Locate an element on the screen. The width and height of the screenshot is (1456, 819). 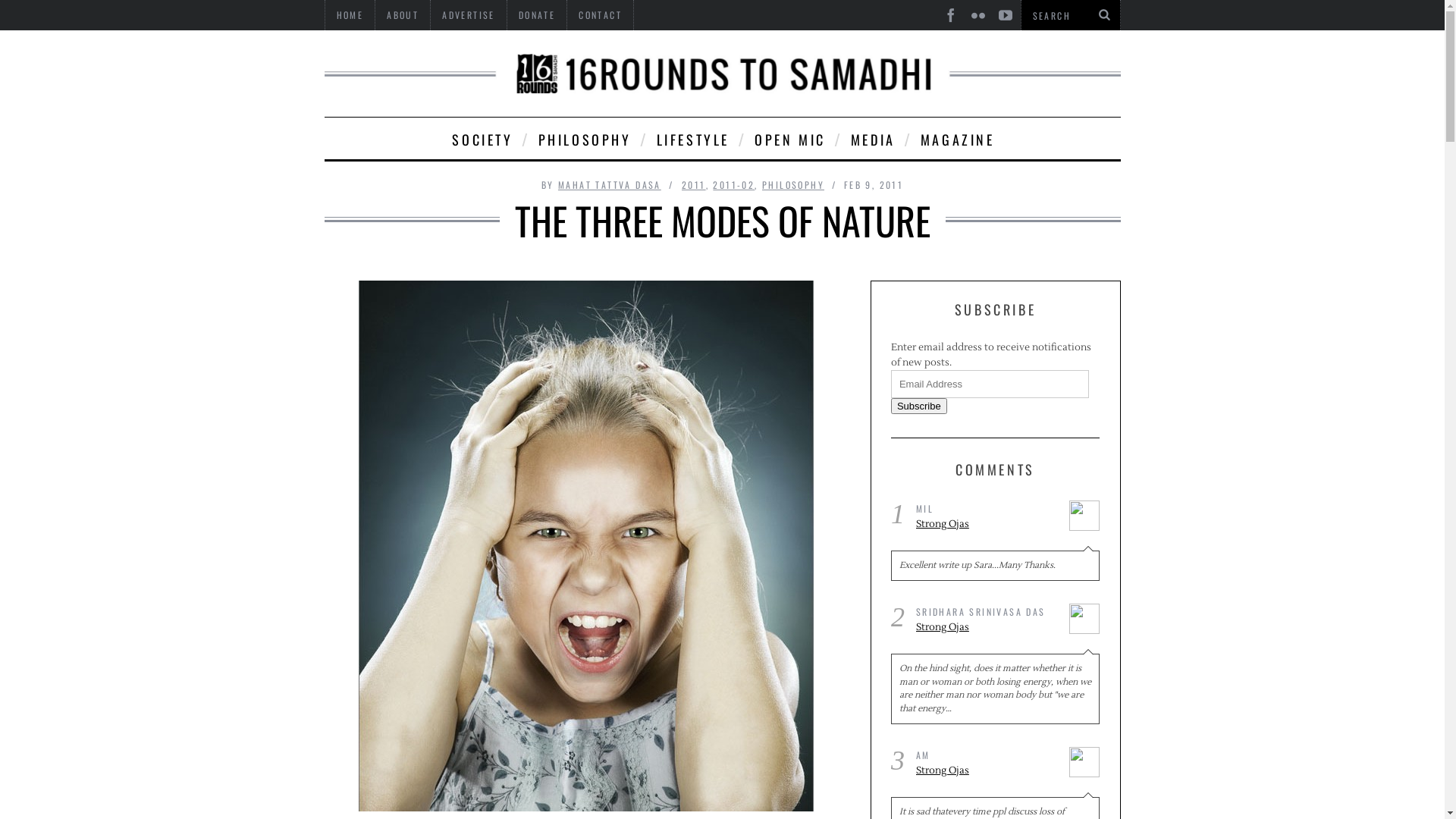
'16 ROUNDS to Samadhi magazine - ' is located at coordinates (722, 73).